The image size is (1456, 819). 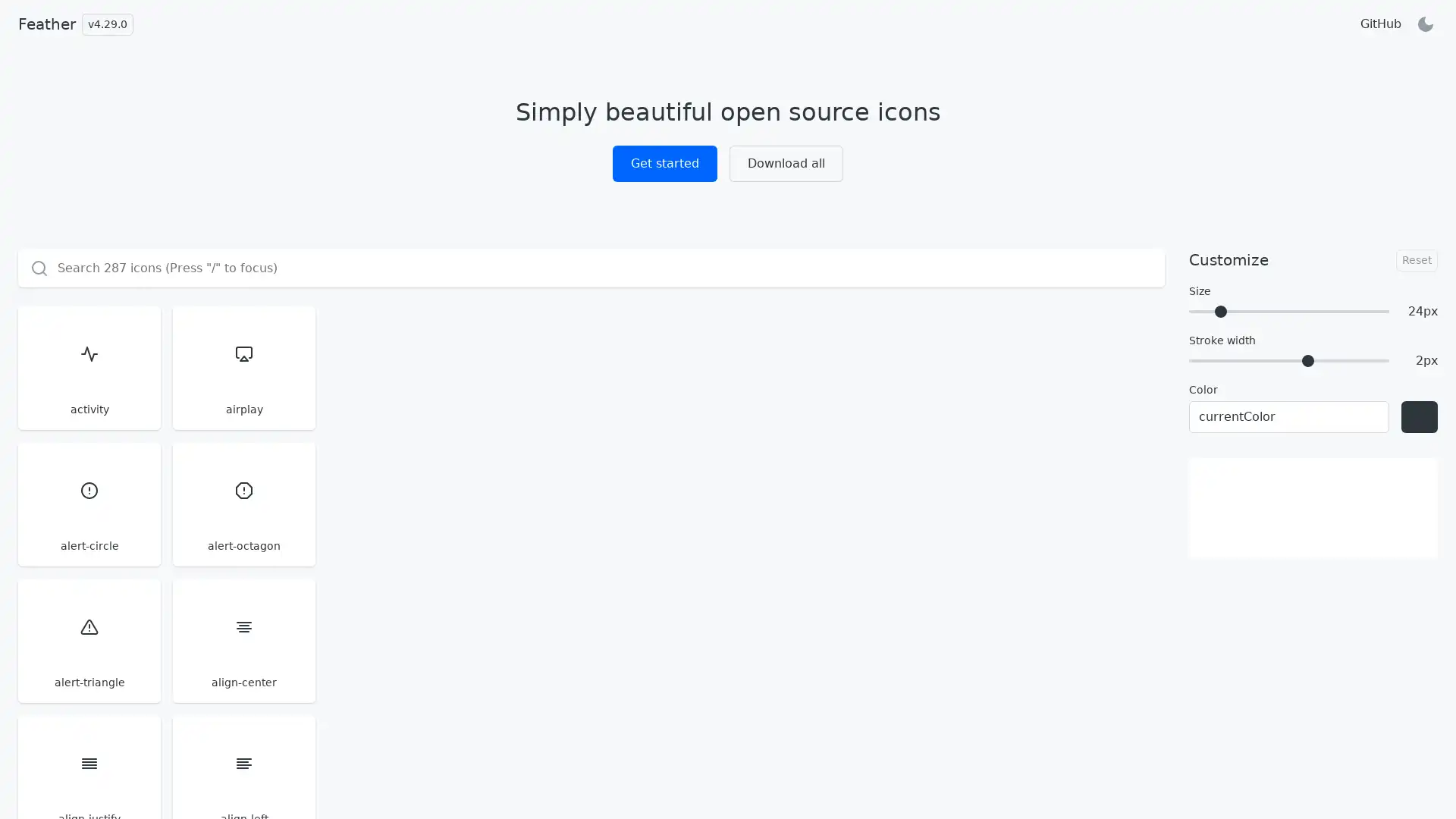 What do you see at coordinates (719, 640) in the screenshot?
I see `arrow-up` at bounding box center [719, 640].